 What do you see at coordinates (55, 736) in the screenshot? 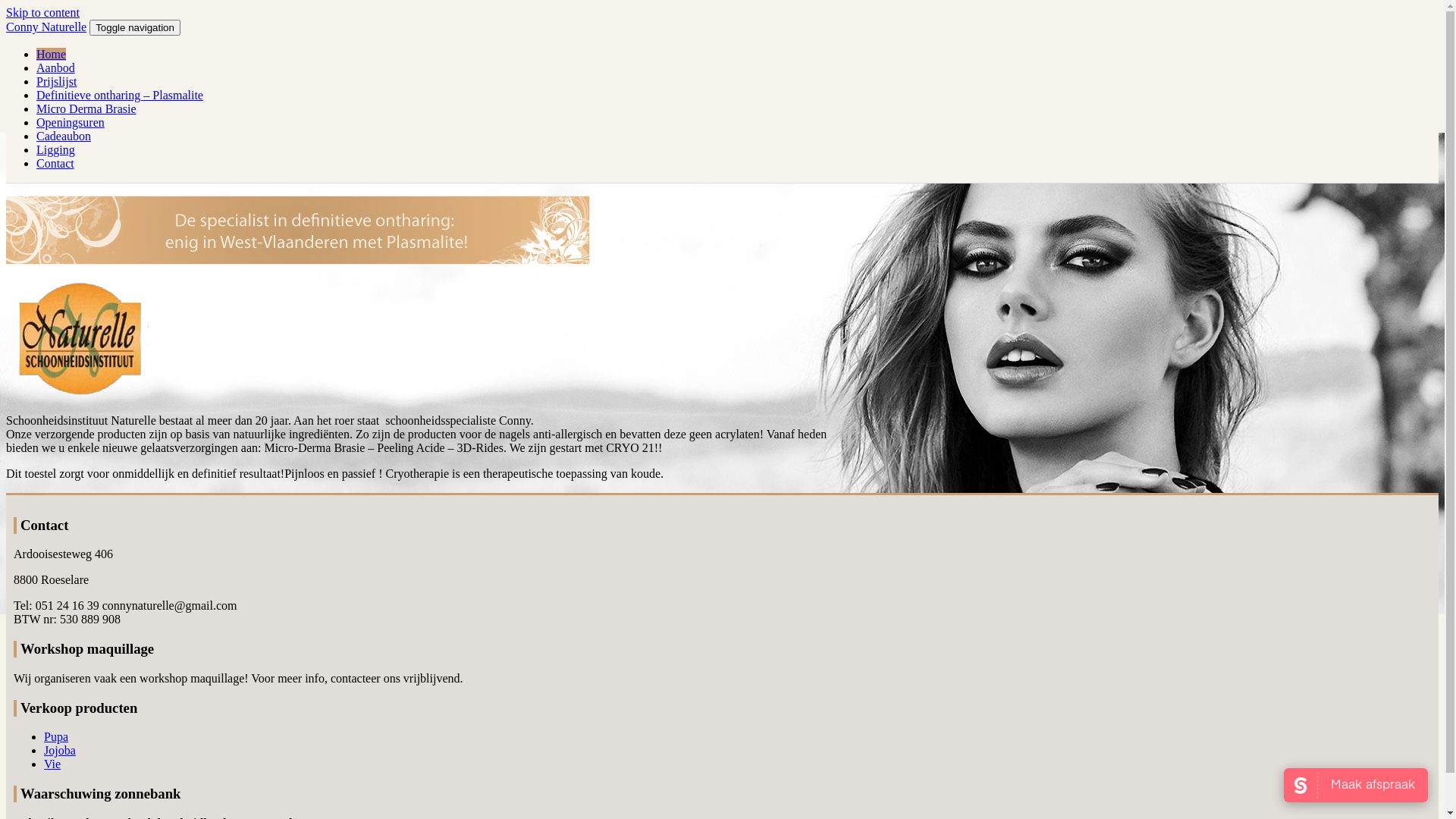
I see `'Pupa'` at bounding box center [55, 736].